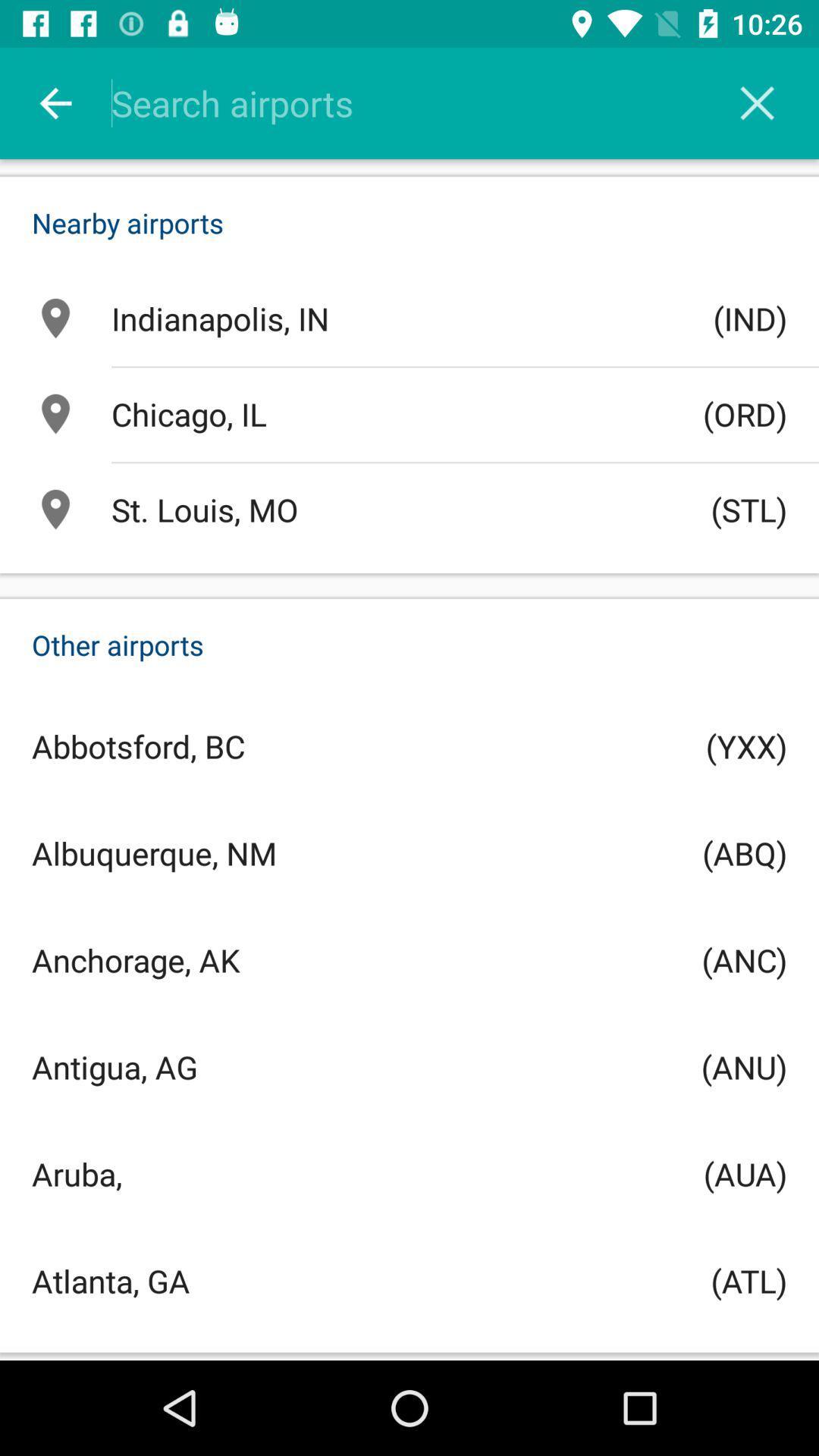 This screenshot has width=819, height=1456. I want to click on search text, so click(429, 102).